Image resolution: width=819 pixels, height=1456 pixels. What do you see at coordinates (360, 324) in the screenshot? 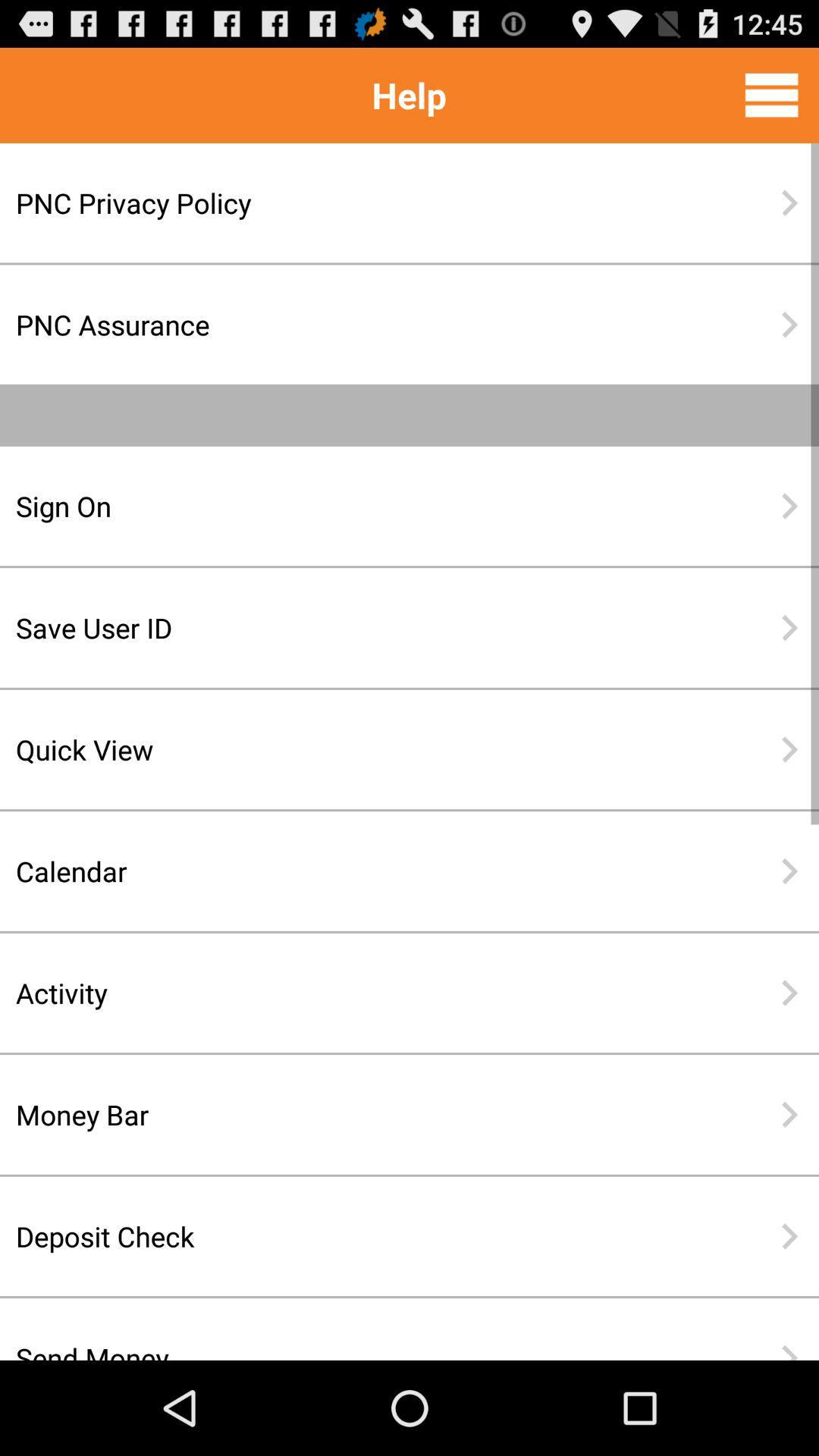
I see `pnc assurance icon` at bounding box center [360, 324].